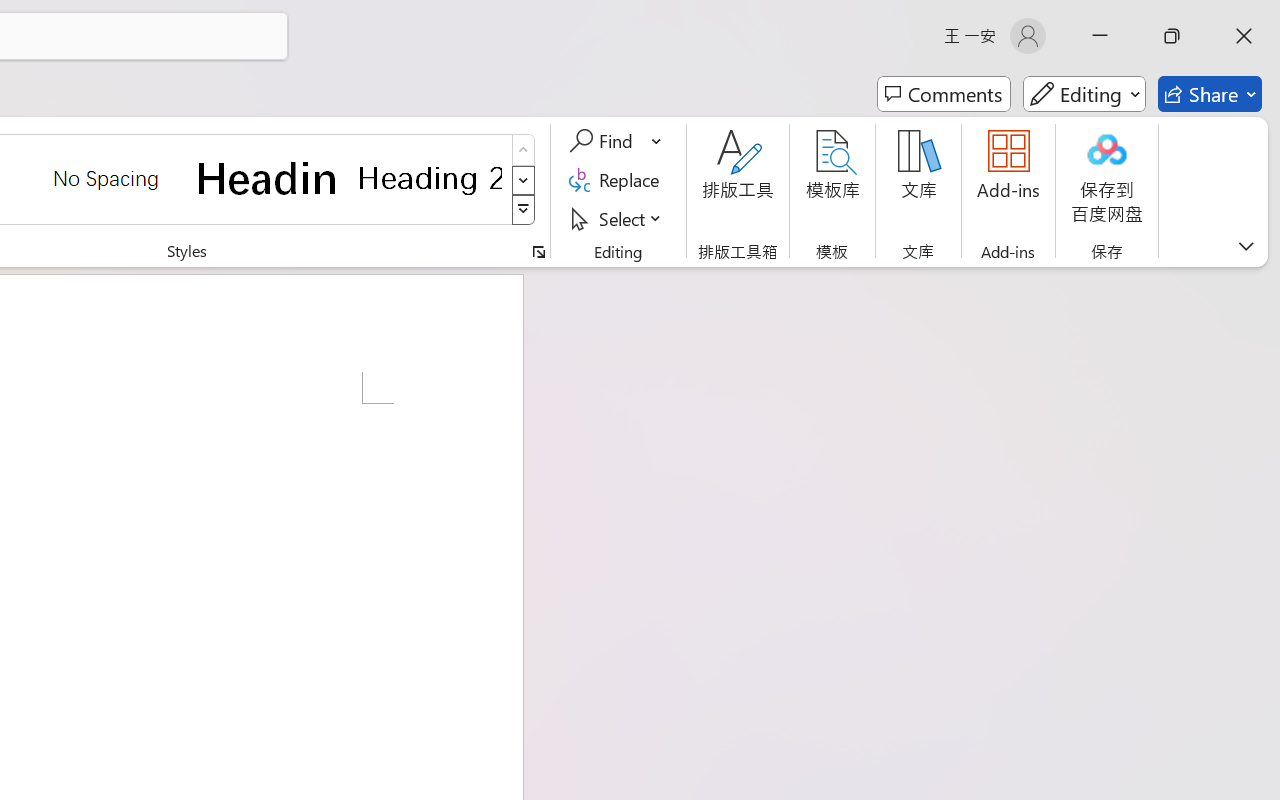 The height and width of the screenshot is (800, 1280). I want to click on 'Replace...', so click(616, 179).